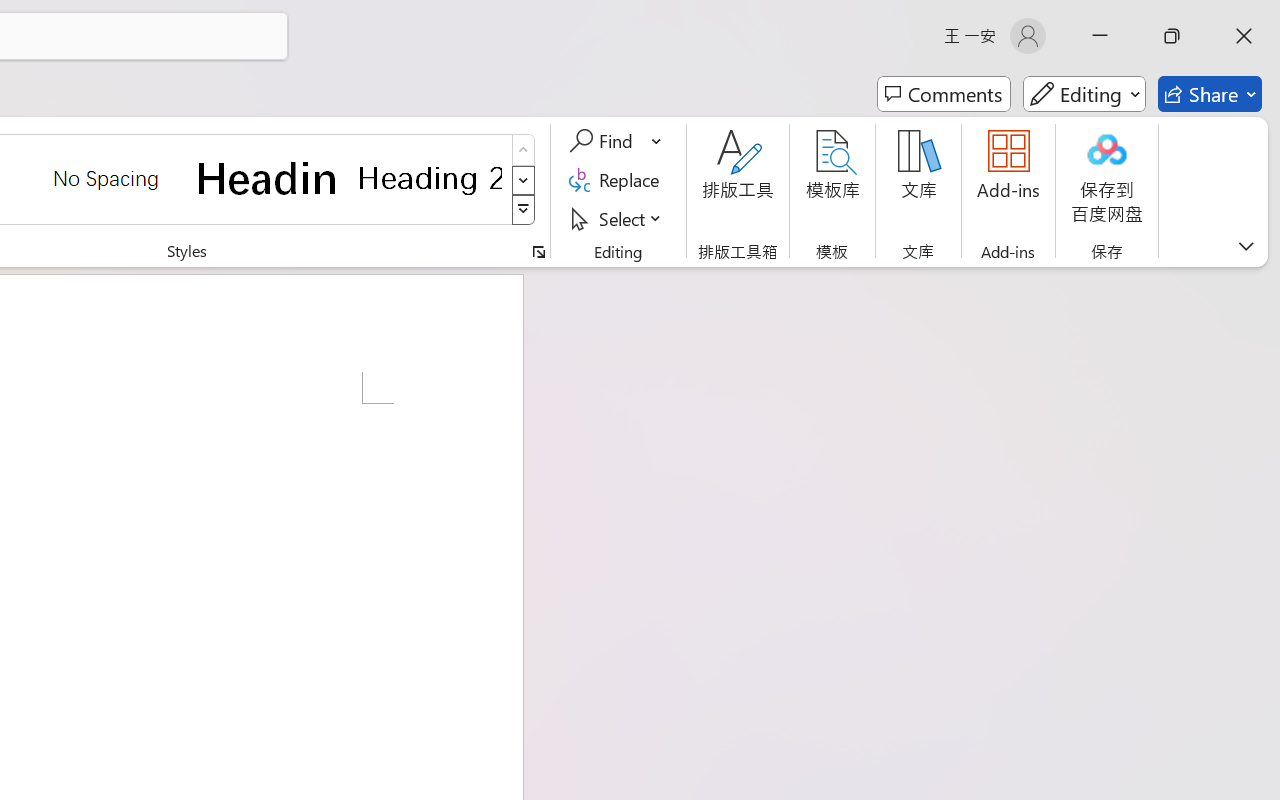 The height and width of the screenshot is (800, 1280). I want to click on 'Replace...', so click(616, 179).